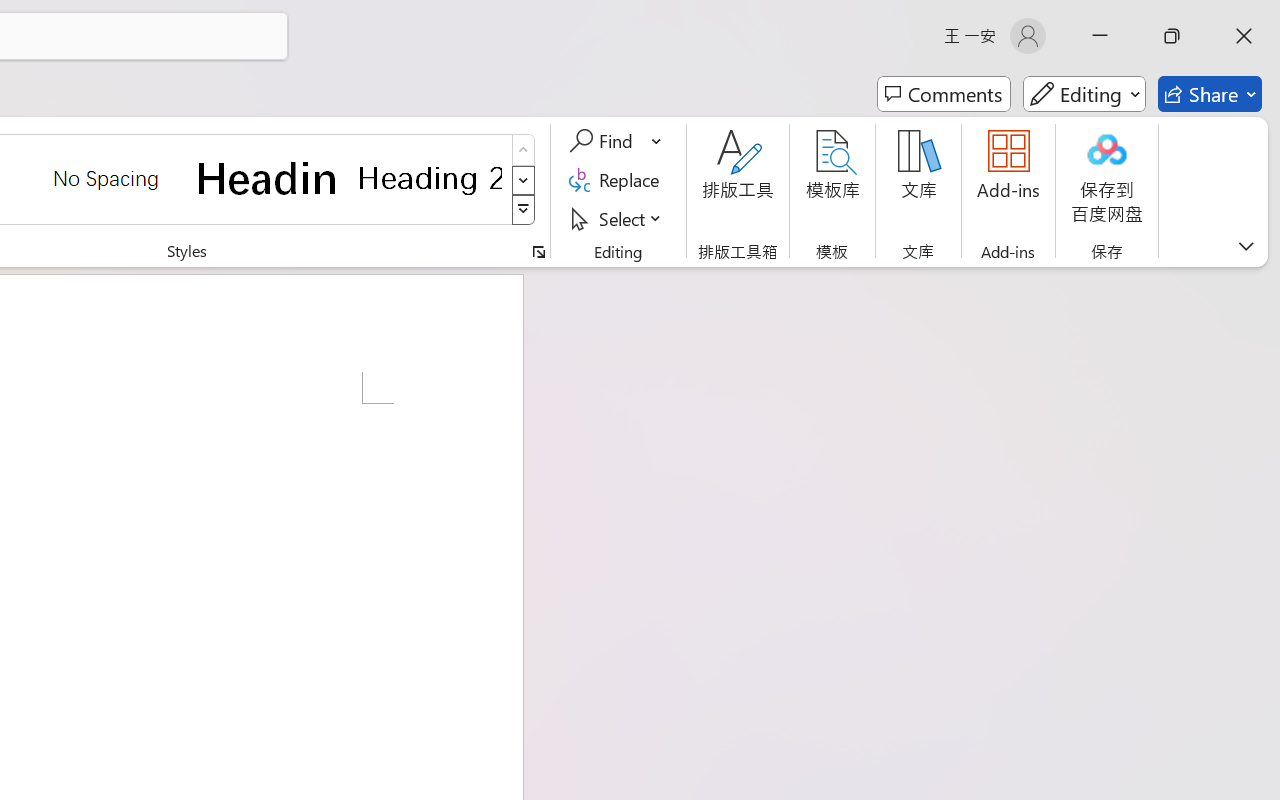 The height and width of the screenshot is (800, 1280). I want to click on 'Replace...', so click(616, 179).